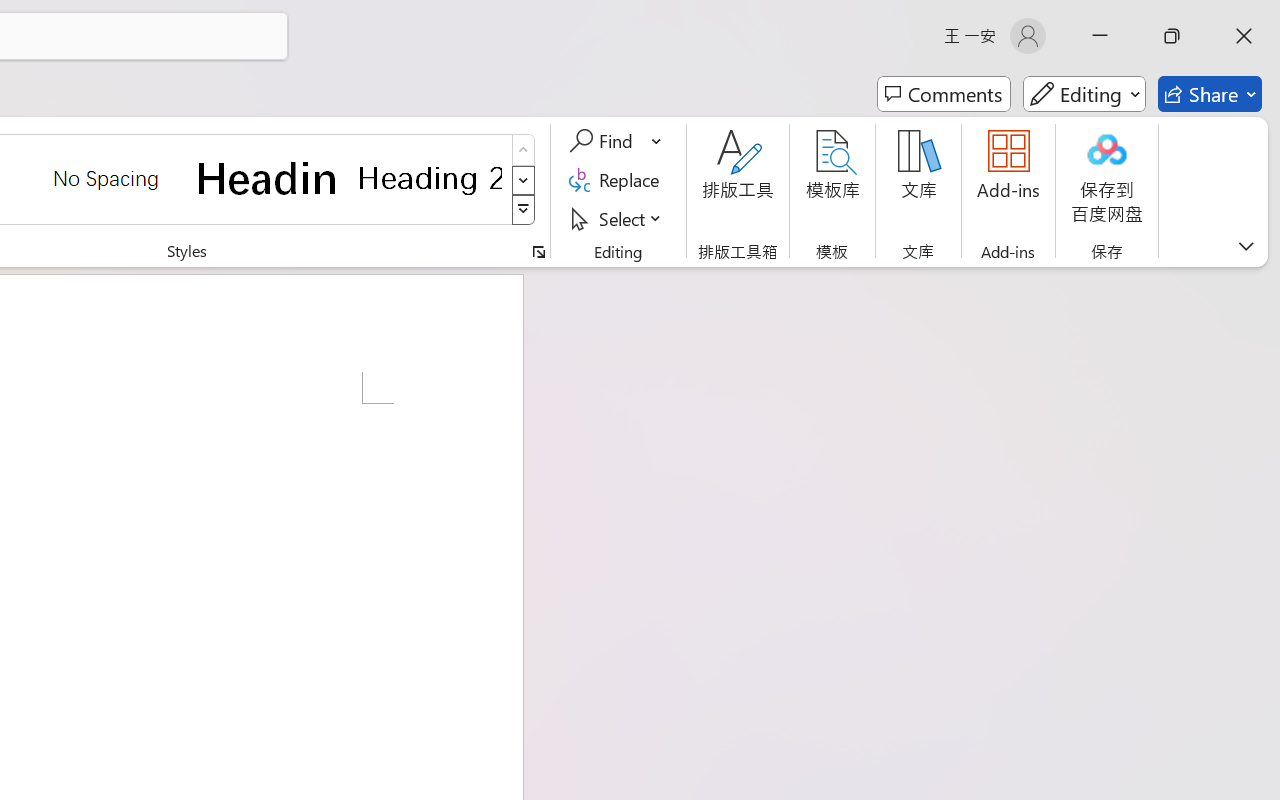 The height and width of the screenshot is (800, 1280). I want to click on 'Replace...', so click(616, 179).